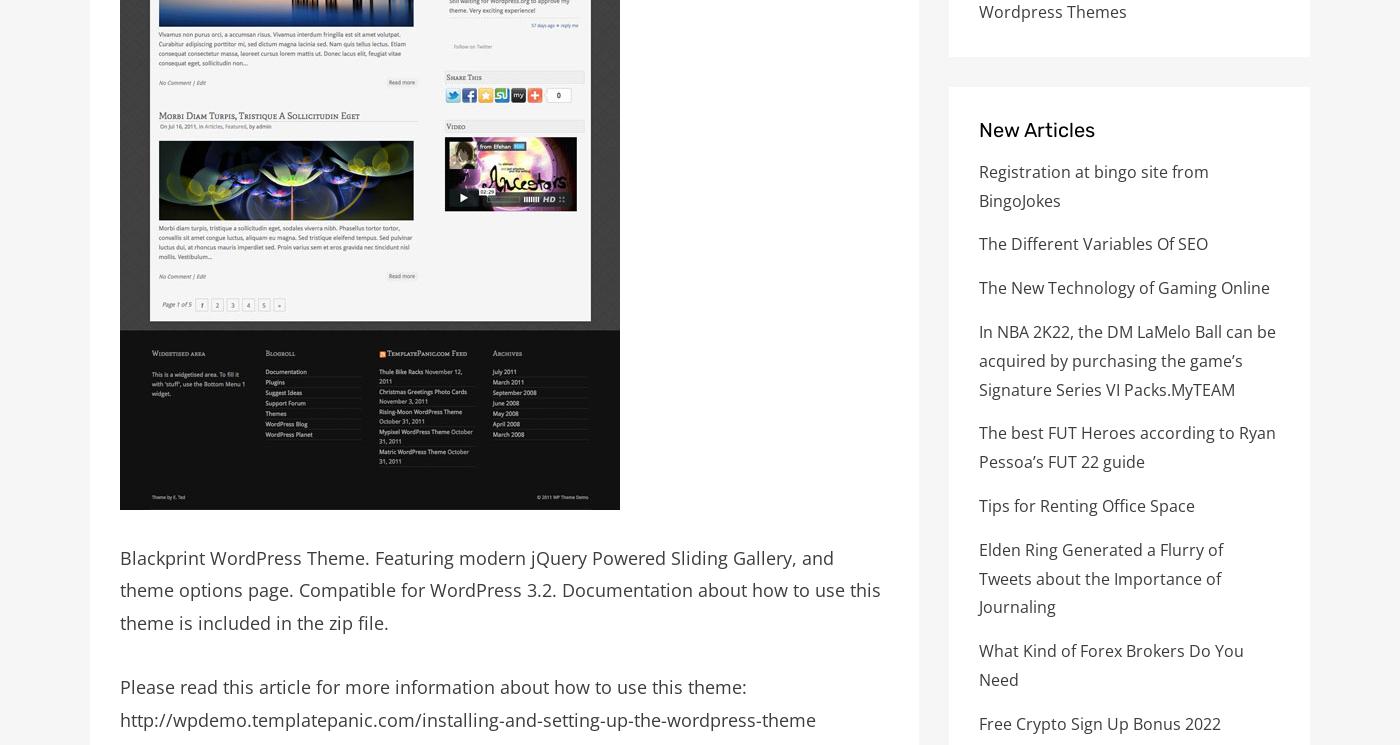 The height and width of the screenshot is (745, 1400). What do you see at coordinates (1036, 128) in the screenshot?
I see `'New Articles'` at bounding box center [1036, 128].